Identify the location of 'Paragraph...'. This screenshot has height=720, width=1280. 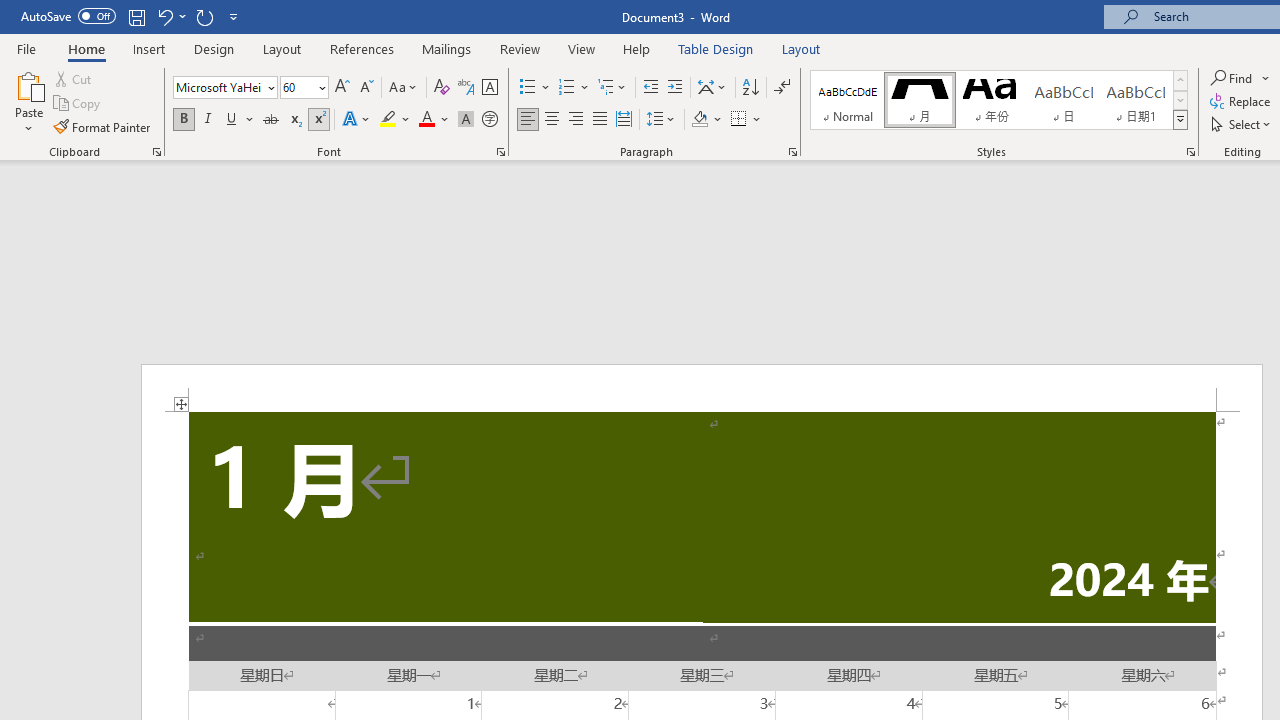
(791, 150).